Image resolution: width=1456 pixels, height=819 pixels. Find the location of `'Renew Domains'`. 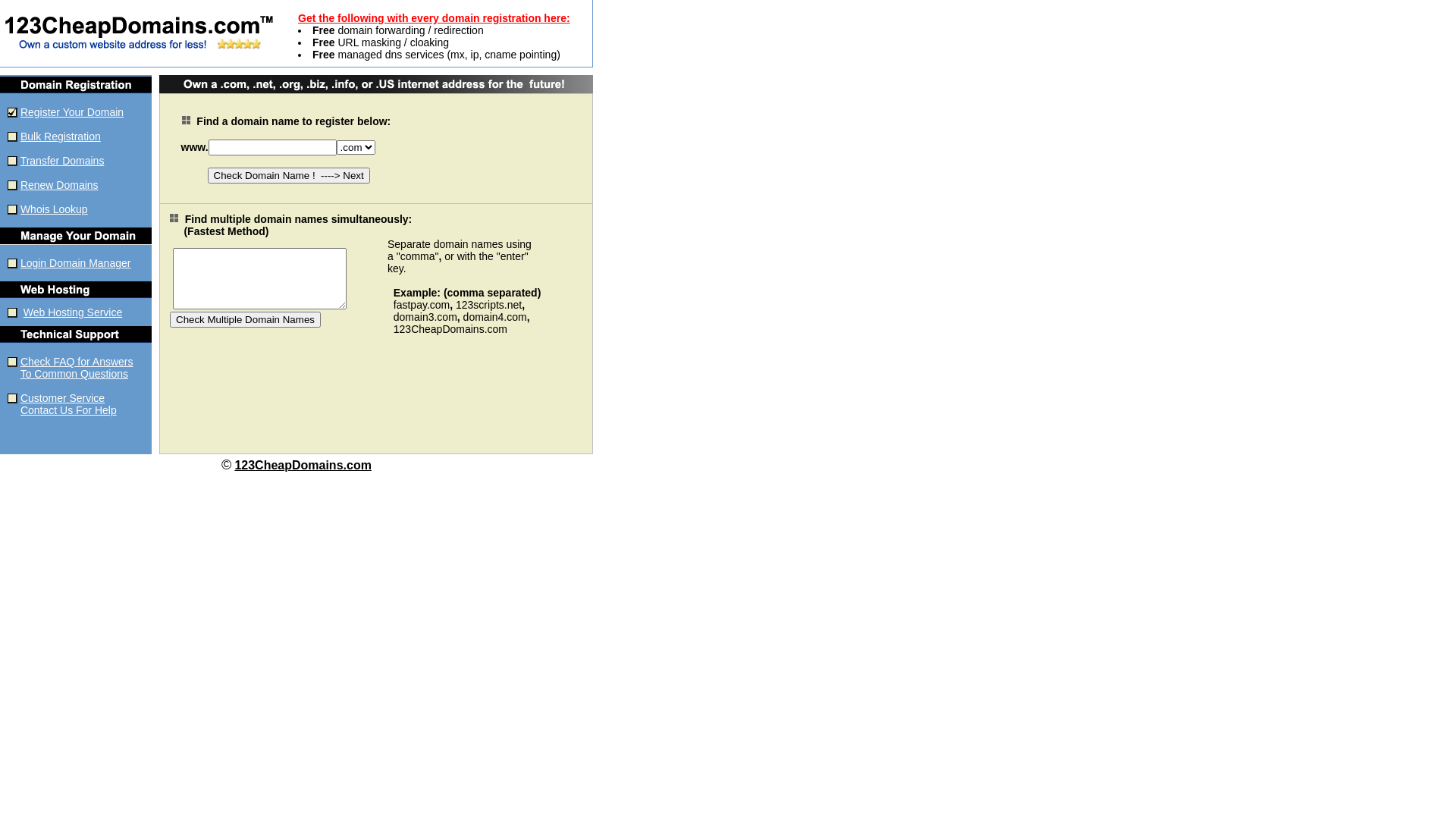

'Renew Domains' is located at coordinates (59, 184).